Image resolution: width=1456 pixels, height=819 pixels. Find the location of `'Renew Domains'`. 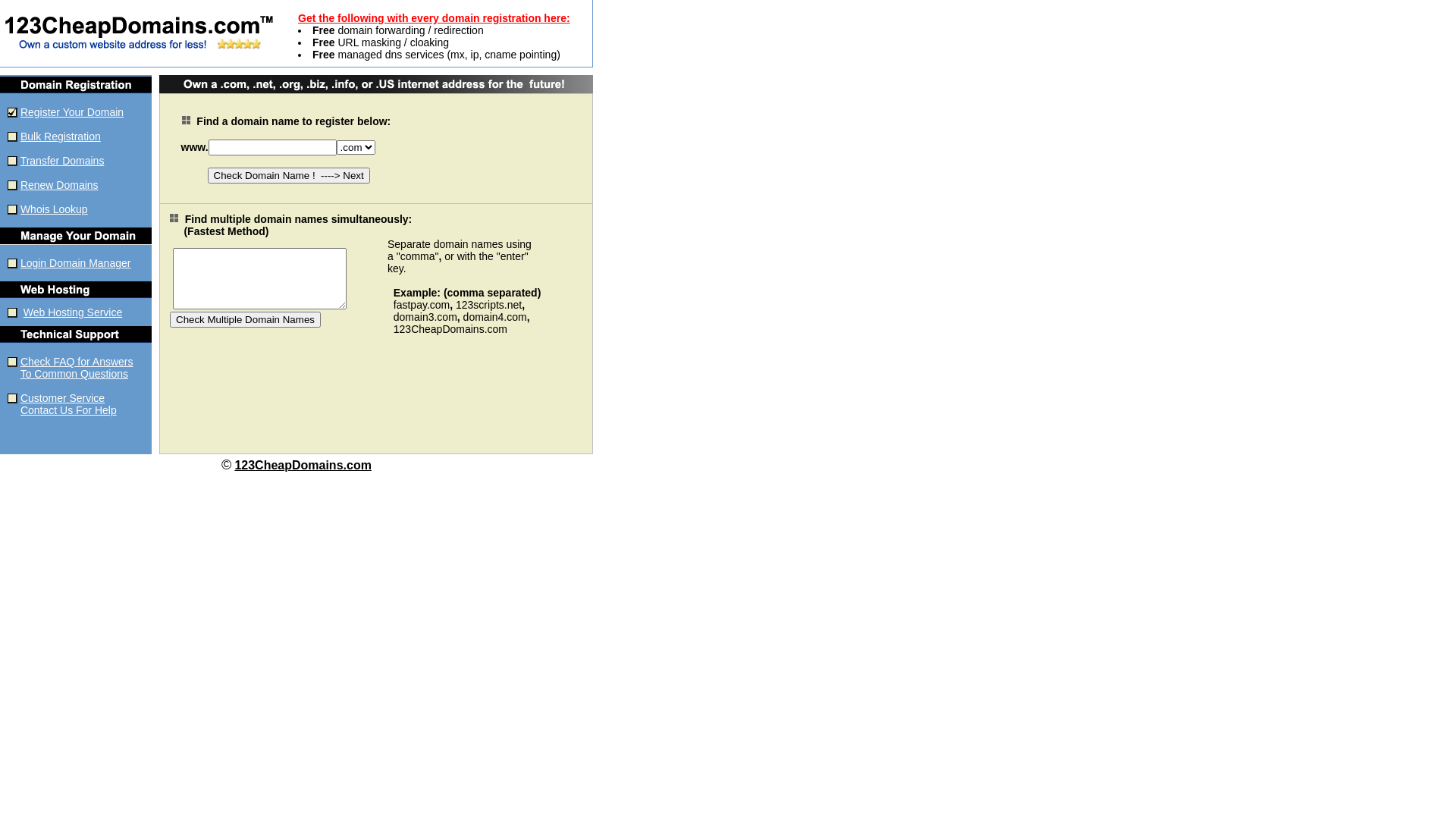

'Renew Domains' is located at coordinates (59, 184).